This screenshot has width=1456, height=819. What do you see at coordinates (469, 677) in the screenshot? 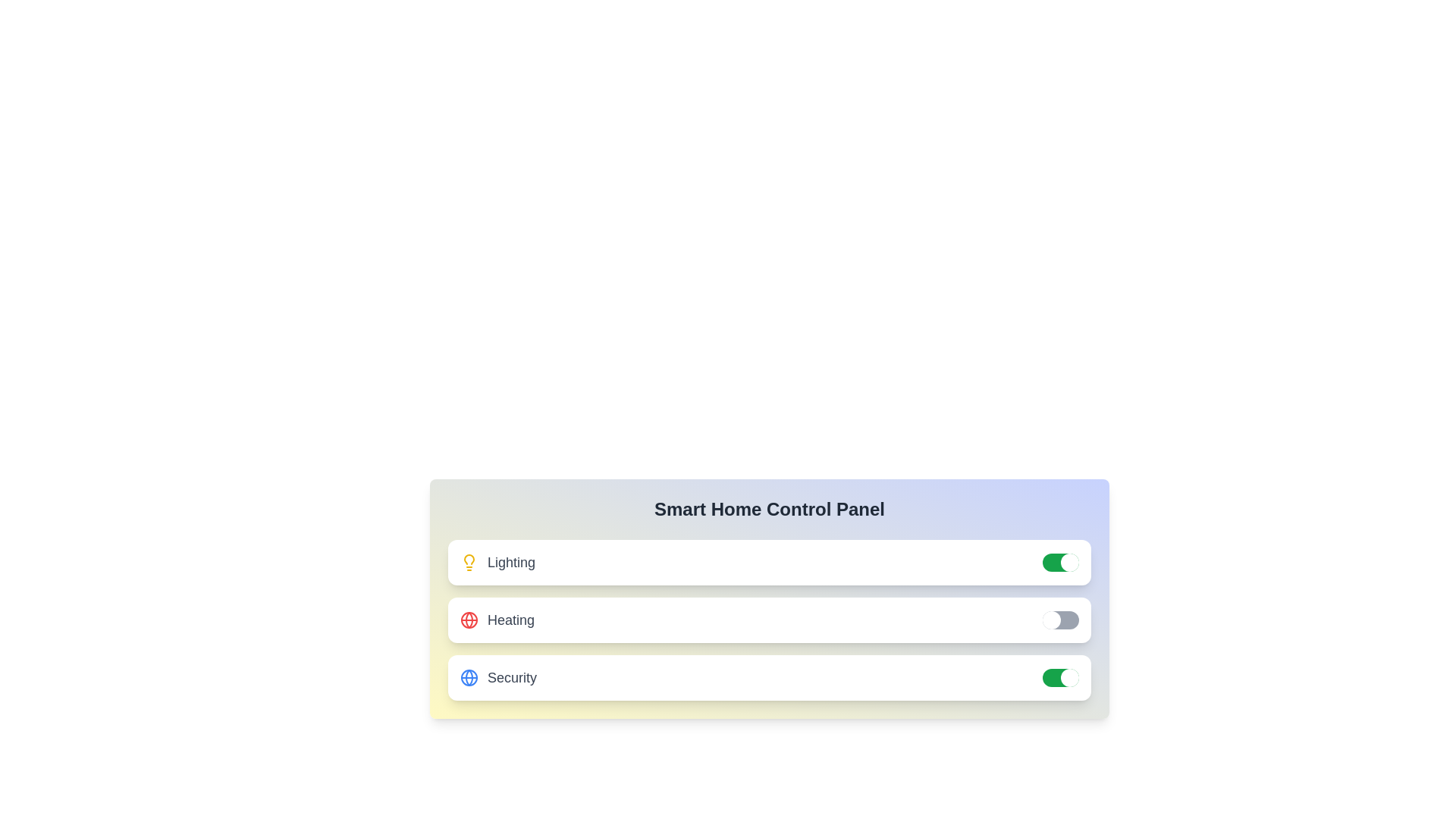
I see `the icon for Security to view more information` at bounding box center [469, 677].